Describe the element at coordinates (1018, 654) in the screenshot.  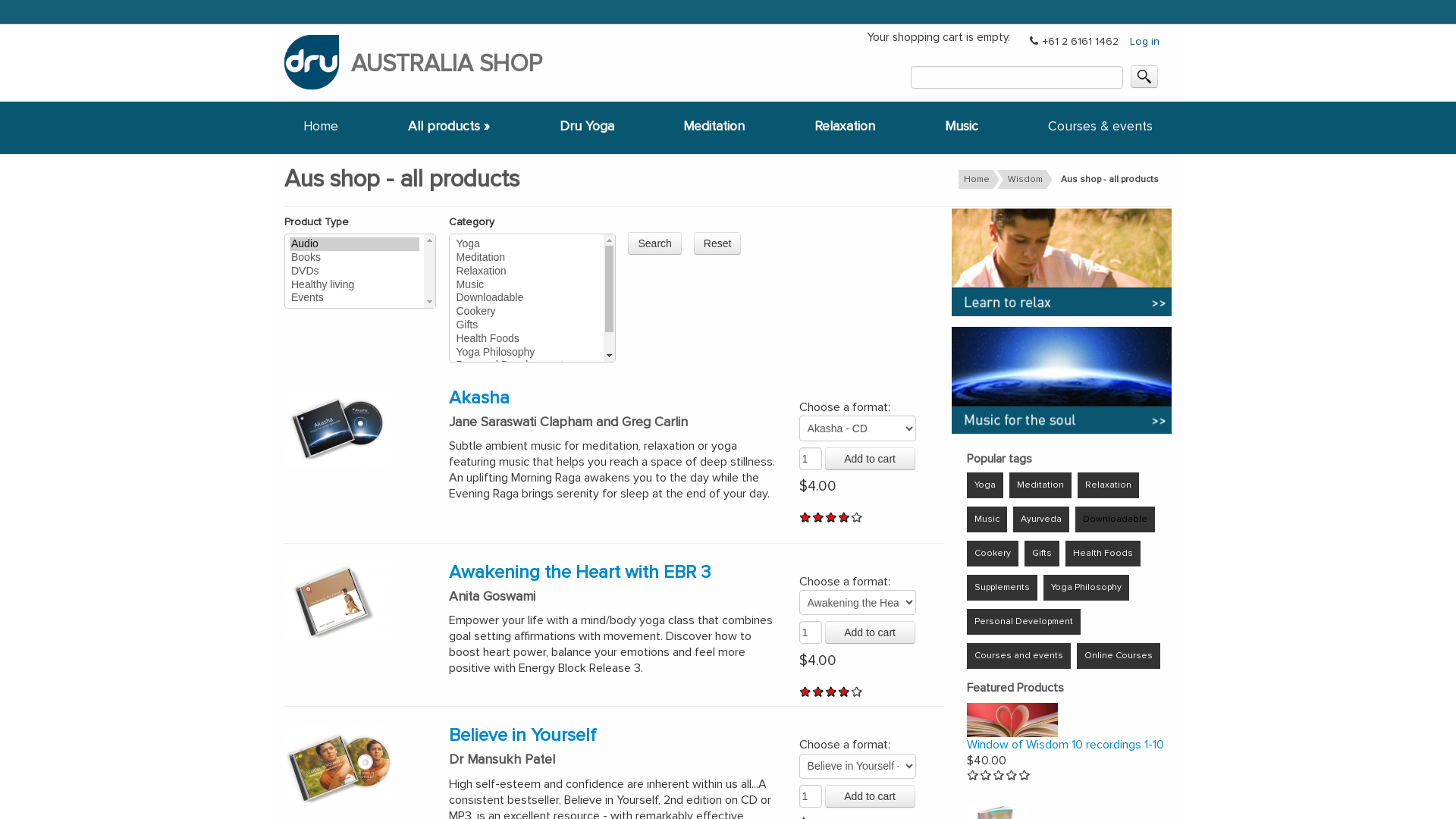
I see `'Courses and events'` at that location.